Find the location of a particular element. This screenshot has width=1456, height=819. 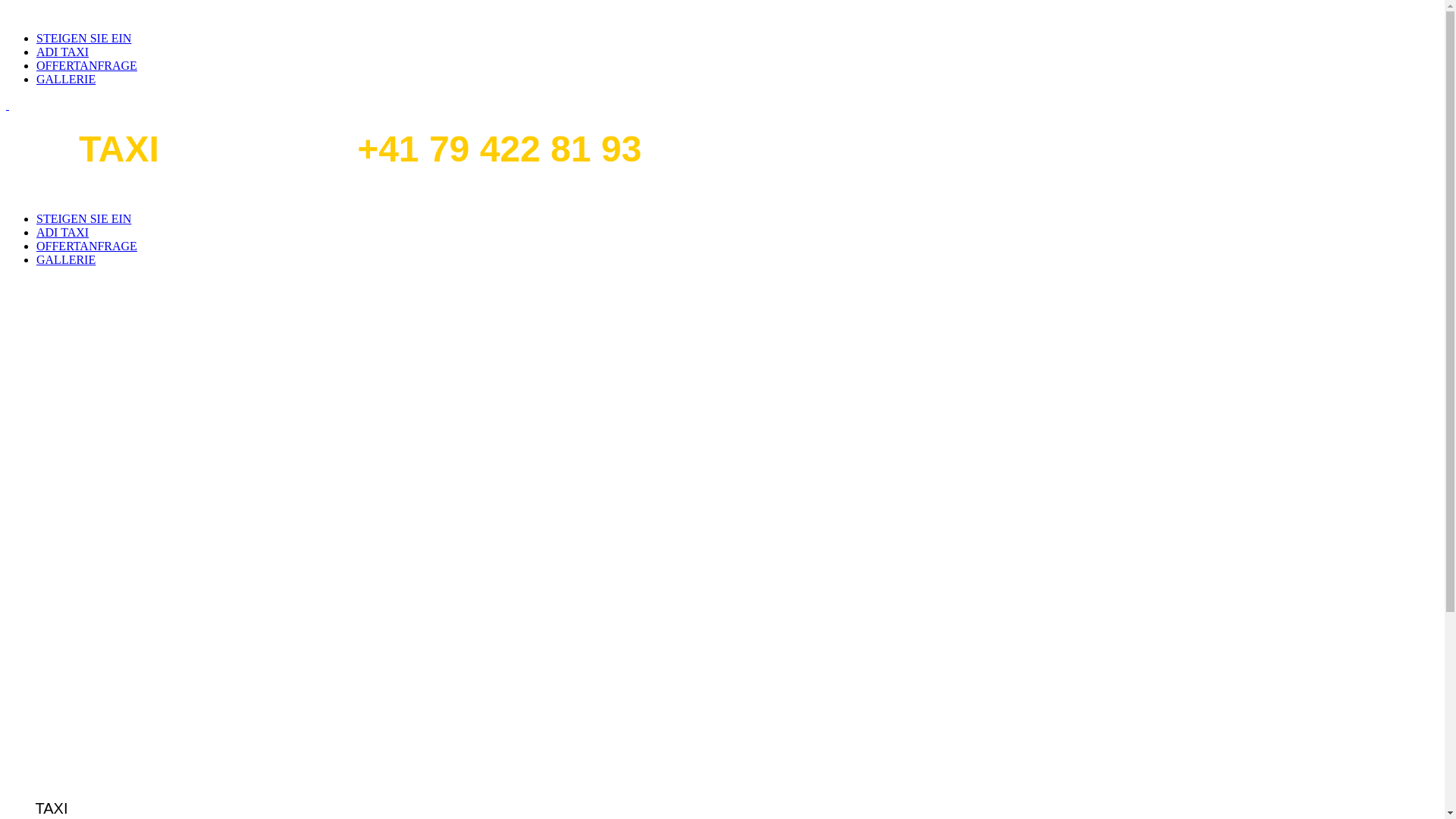

'ADI TAXI' is located at coordinates (36, 51).